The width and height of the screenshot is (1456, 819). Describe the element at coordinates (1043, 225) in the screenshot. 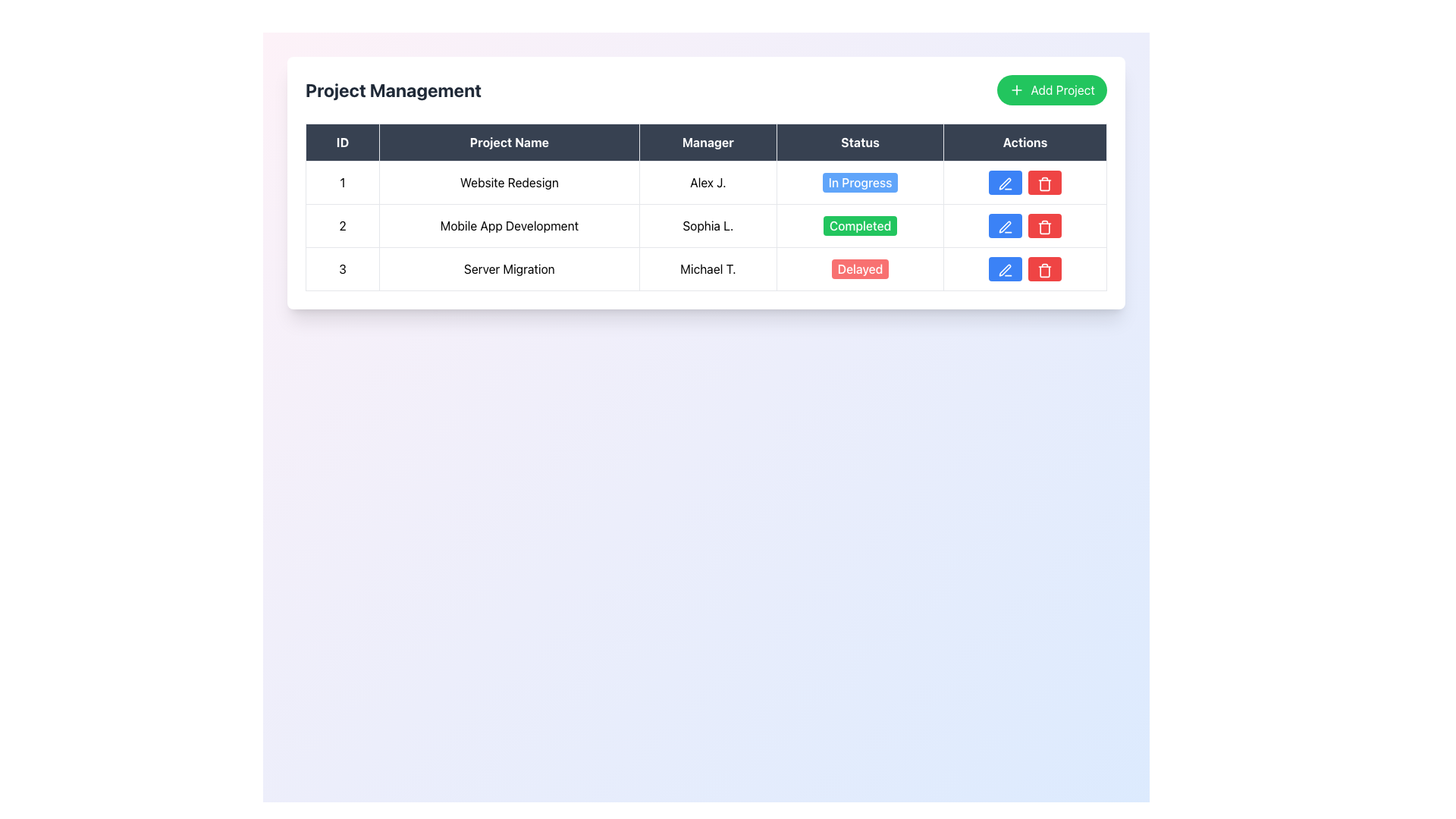

I see `the delete button located in the third row of the 'Actions' column, which is the second button to the right of the blue edit button` at that location.